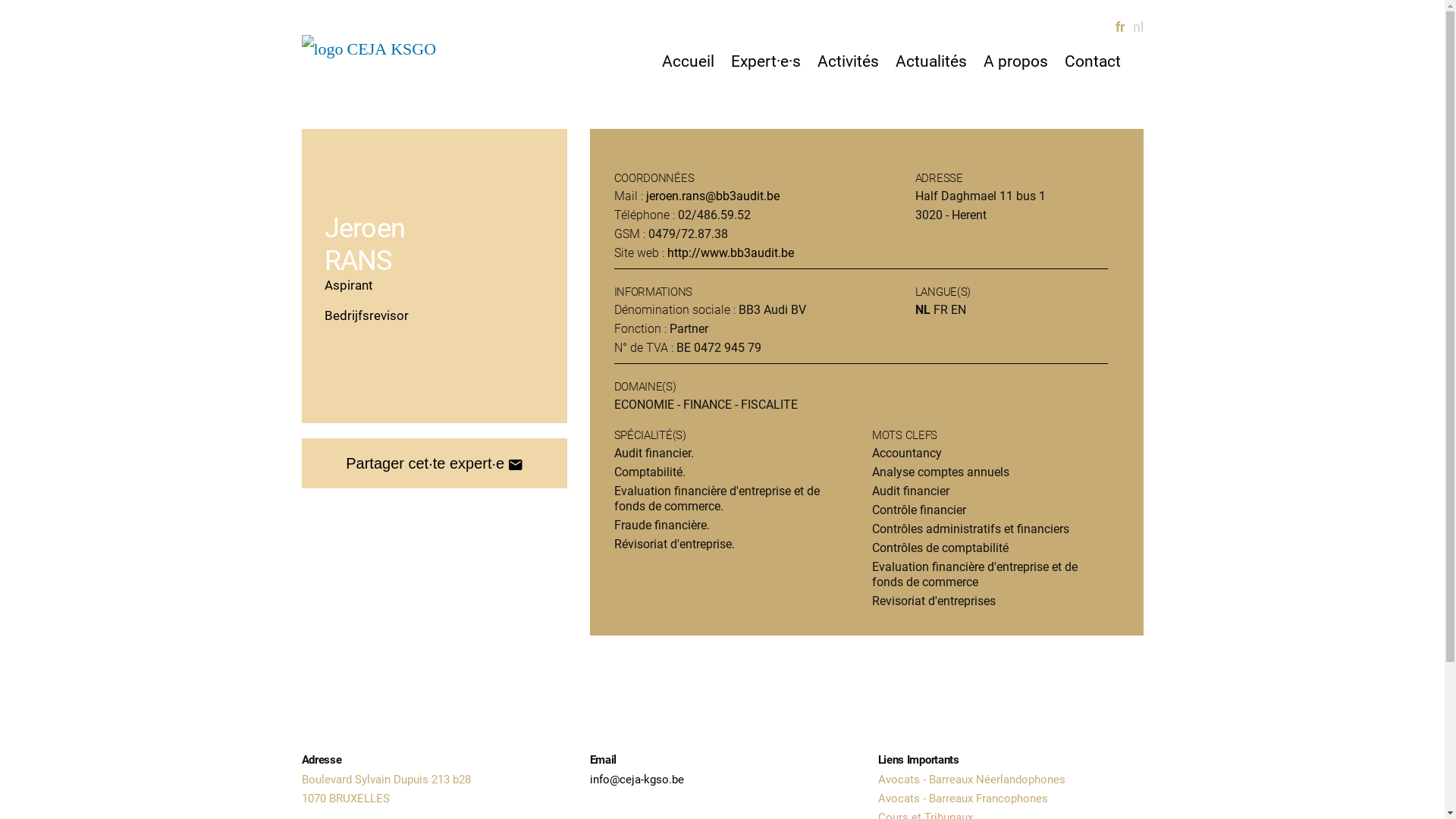 The image size is (1456, 819). I want to click on 'A propos', so click(1015, 61).